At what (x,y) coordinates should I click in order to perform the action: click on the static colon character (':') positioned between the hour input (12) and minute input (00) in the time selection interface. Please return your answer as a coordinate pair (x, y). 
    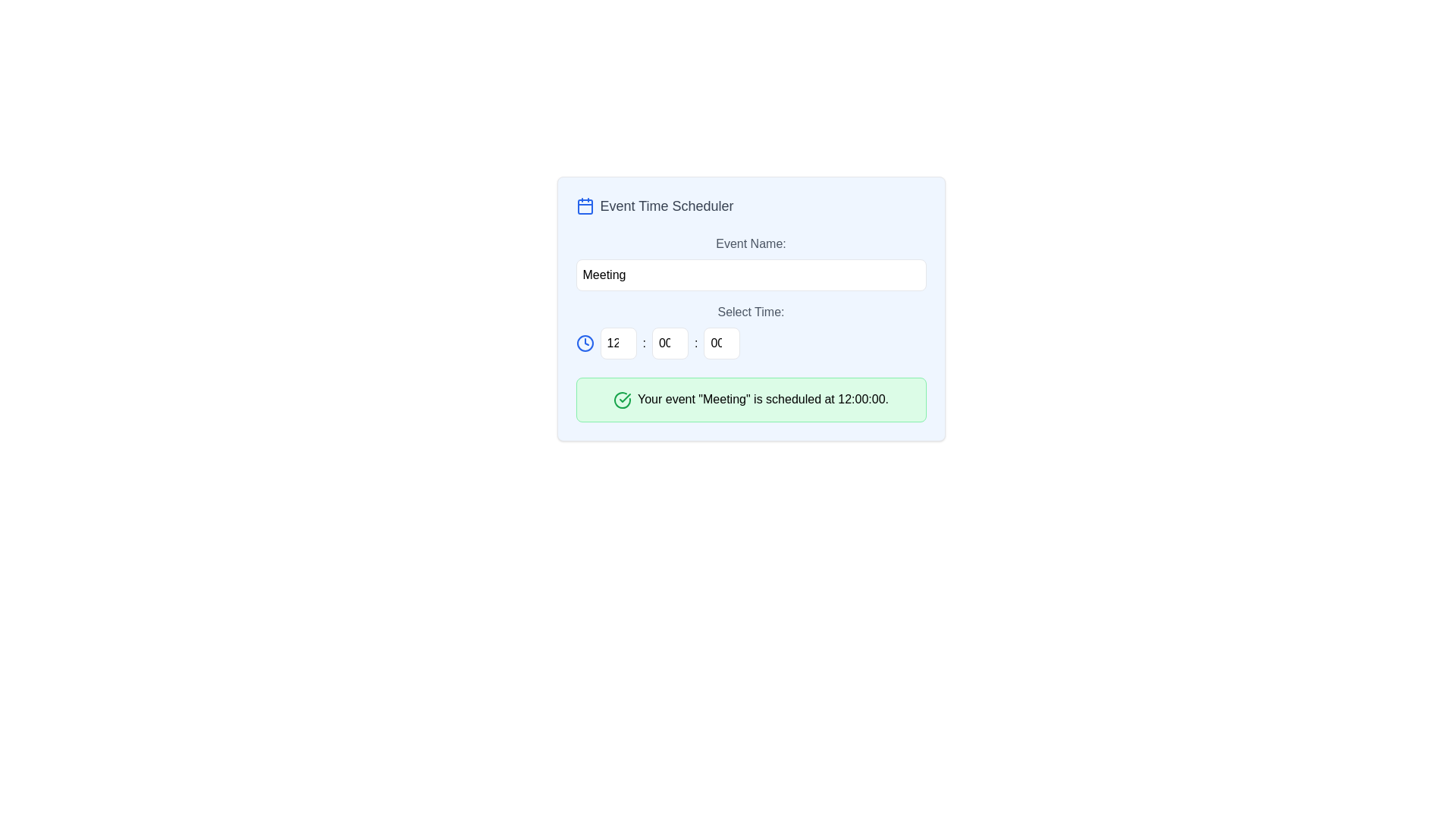
    Looking at the image, I should click on (644, 343).